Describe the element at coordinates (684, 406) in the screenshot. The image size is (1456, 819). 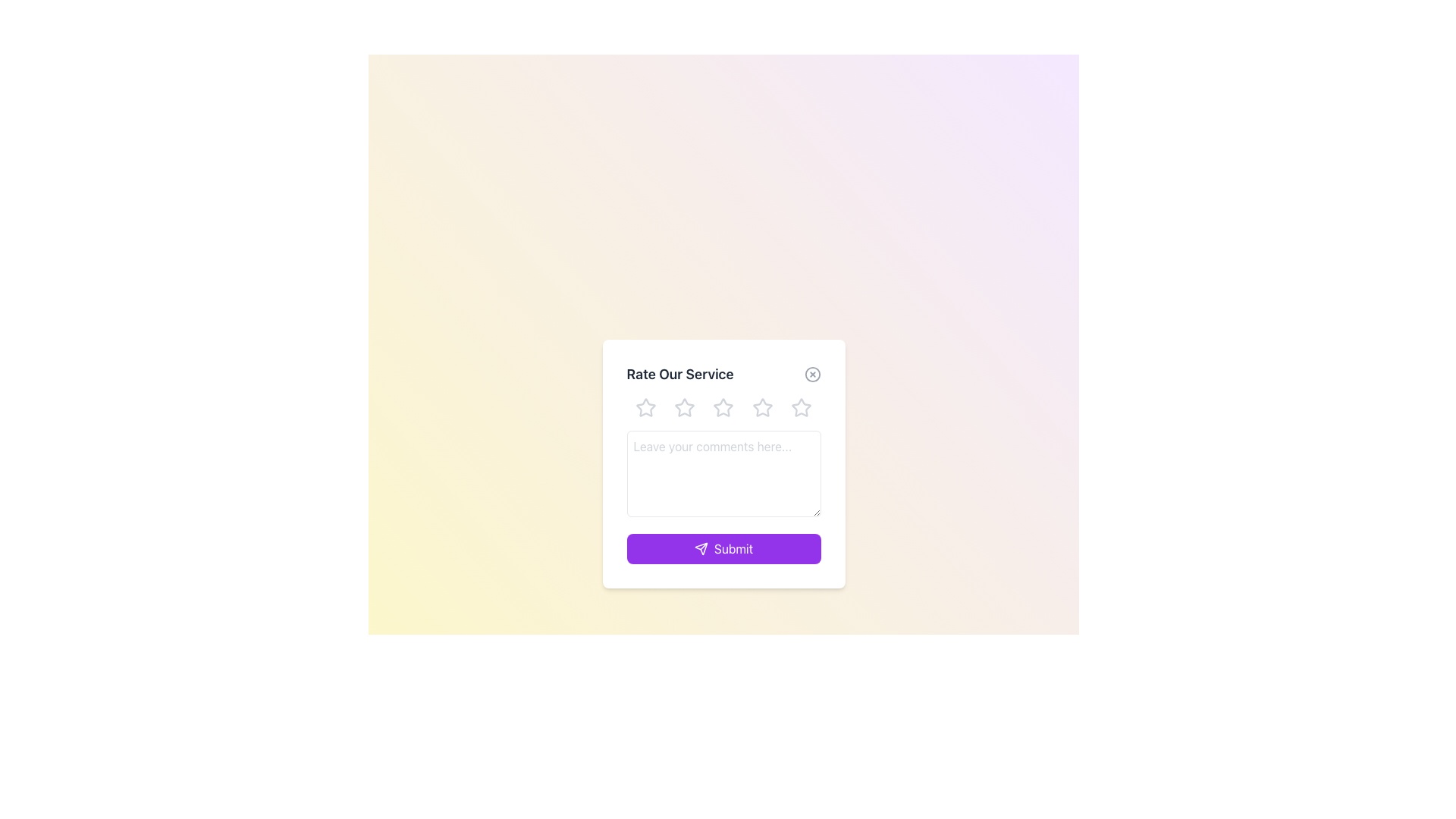
I see `the second star from the left in the rating section below the text 'Rate Our Service'` at that location.